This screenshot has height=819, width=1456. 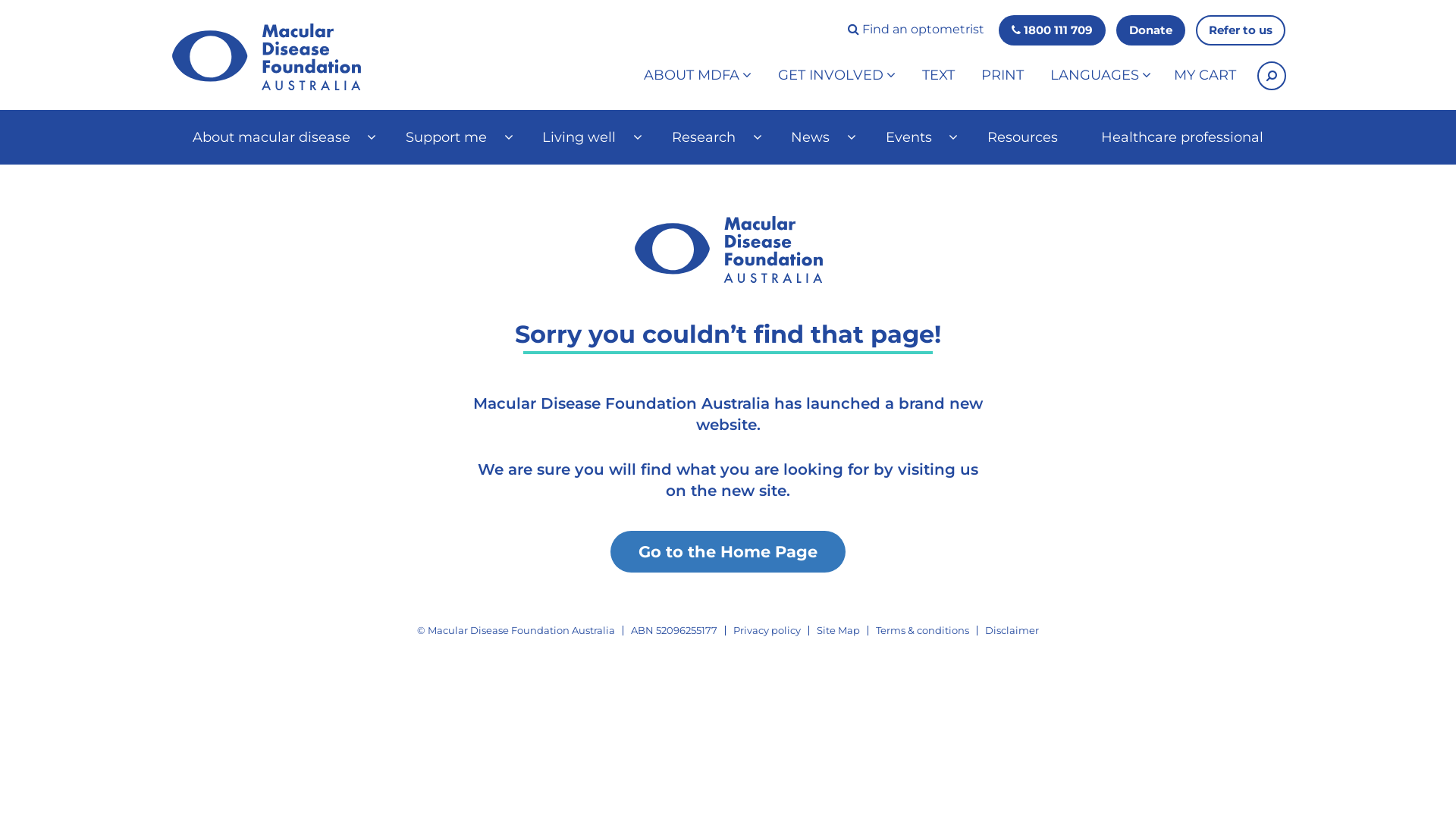 What do you see at coordinates (921, 629) in the screenshot?
I see `'Terms & conditions'` at bounding box center [921, 629].